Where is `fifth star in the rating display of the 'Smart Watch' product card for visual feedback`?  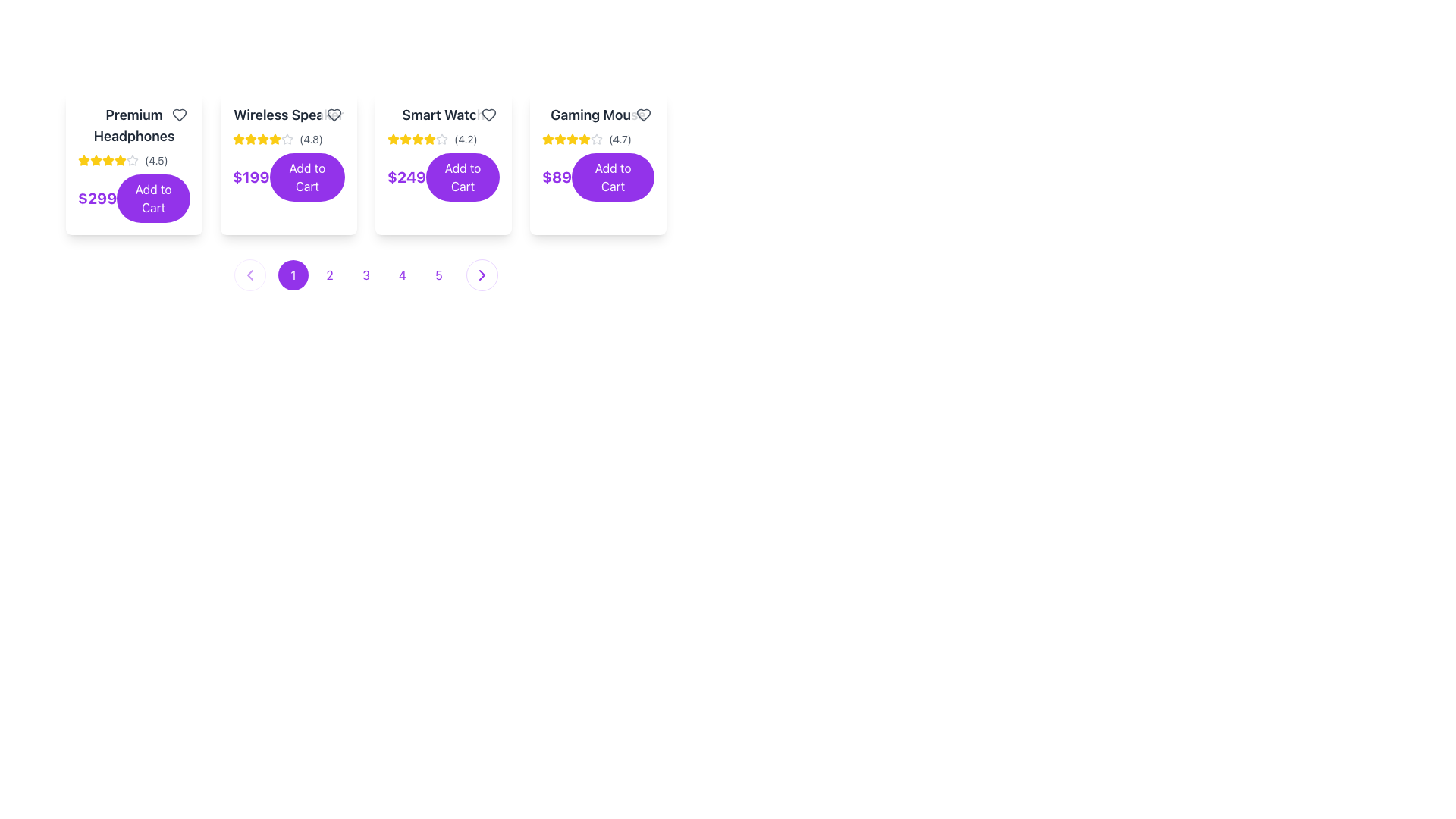 fifth star in the rating display of the 'Smart Watch' product card for visual feedback is located at coordinates (428, 140).